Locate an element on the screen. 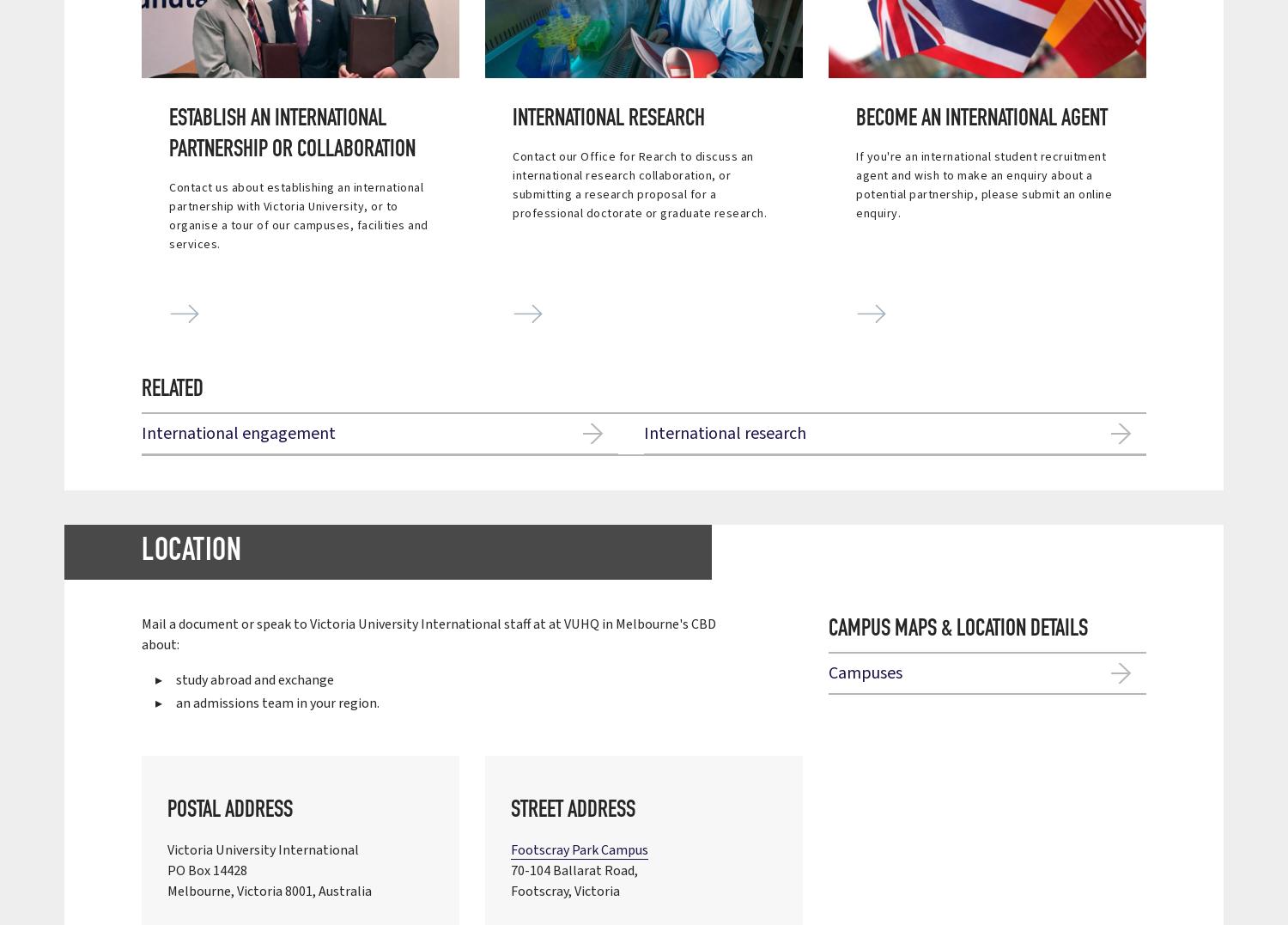  'Contact our Office for Rearch to discuss an international research collaboration, or submitting a research proposal for a professional doctorate or graduate research.' is located at coordinates (512, 186).